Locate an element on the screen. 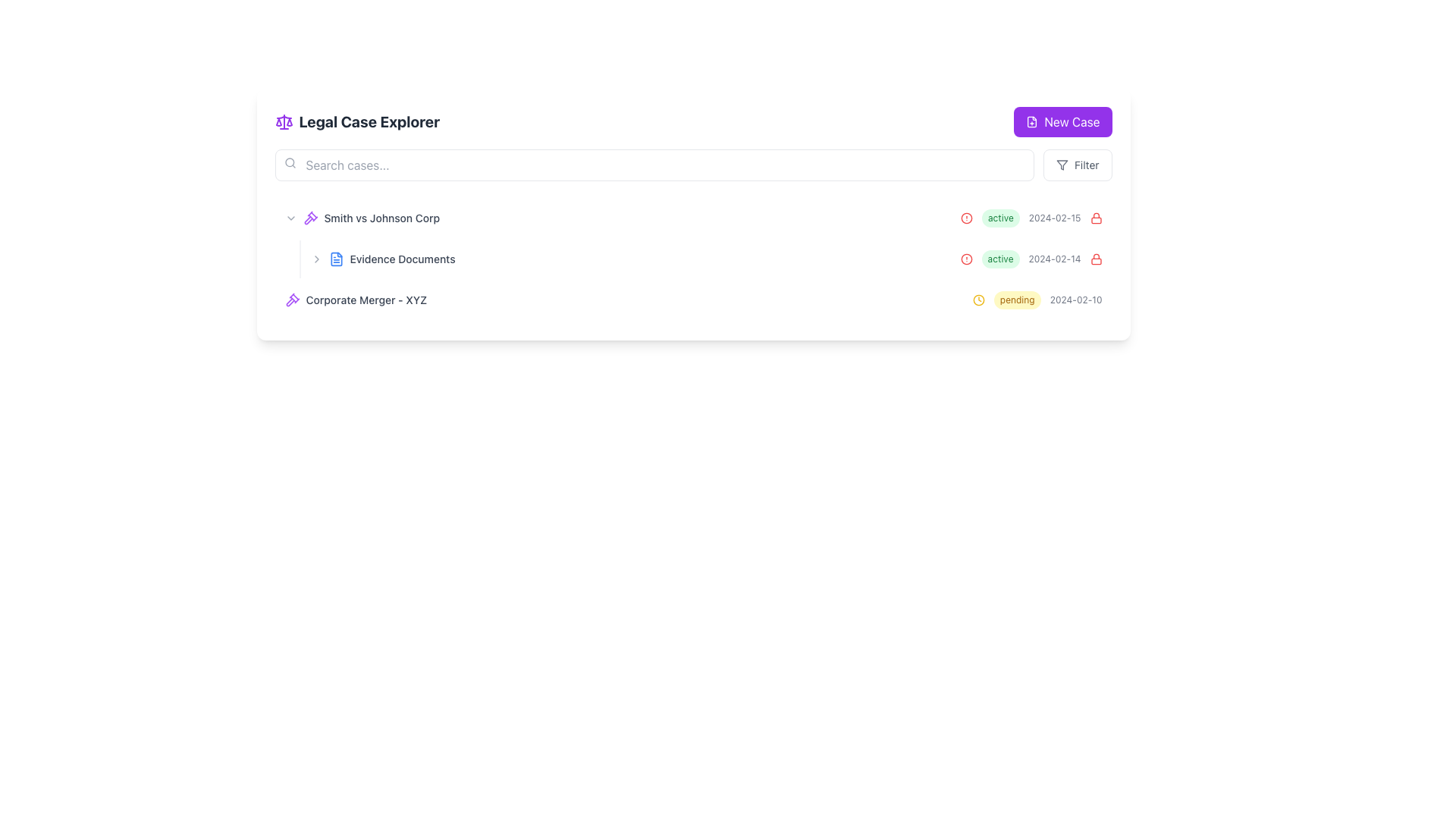 The width and height of the screenshot is (1456, 819). the scales icon located in the top-left corner of the application header, which is part of the SVG-based logo for 'Legal Case Explorer' is located at coordinates (278, 121).